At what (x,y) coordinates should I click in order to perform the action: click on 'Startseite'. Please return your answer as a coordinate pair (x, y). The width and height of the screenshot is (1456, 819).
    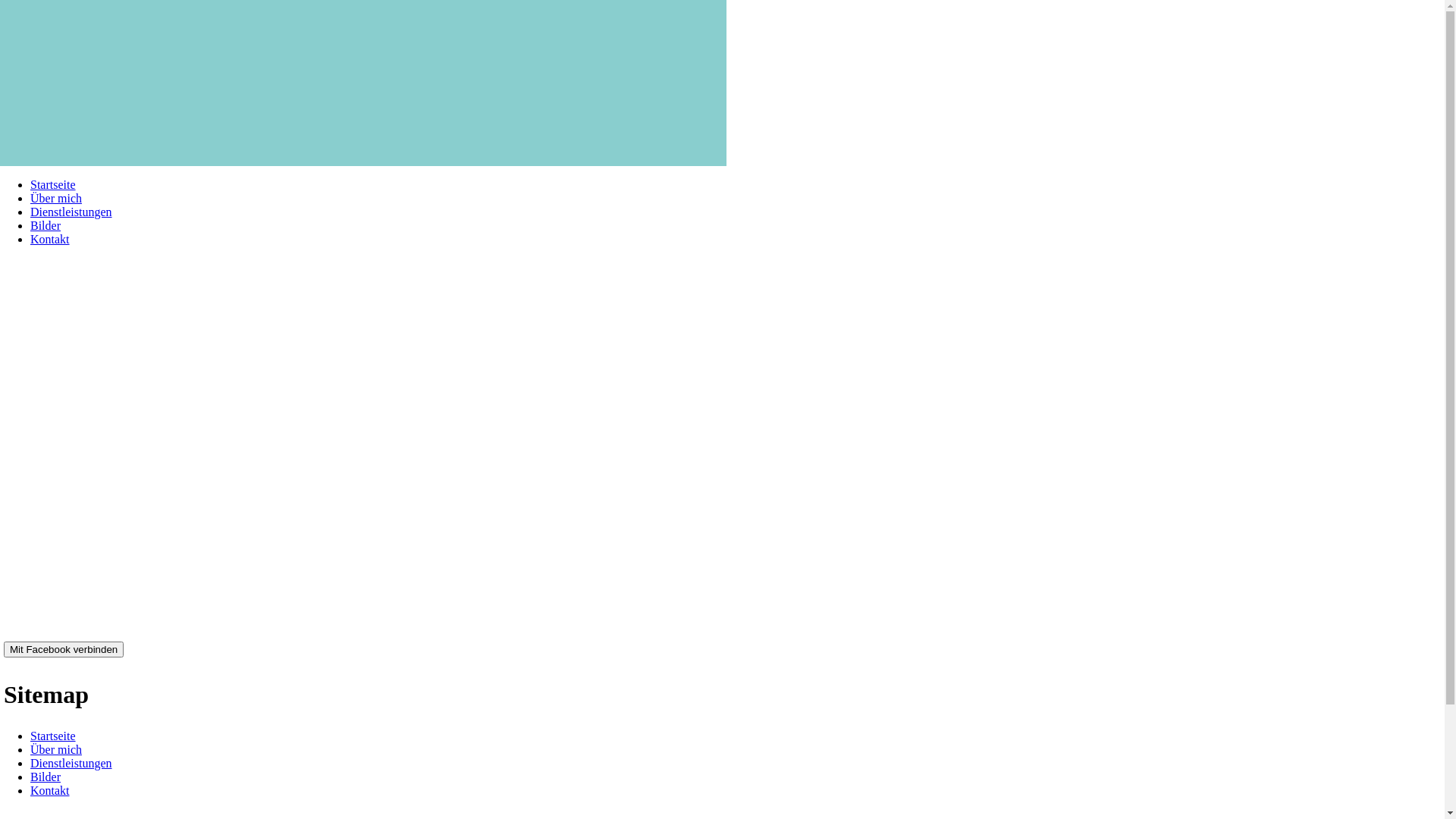
    Looking at the image, I should click on (53, 184).